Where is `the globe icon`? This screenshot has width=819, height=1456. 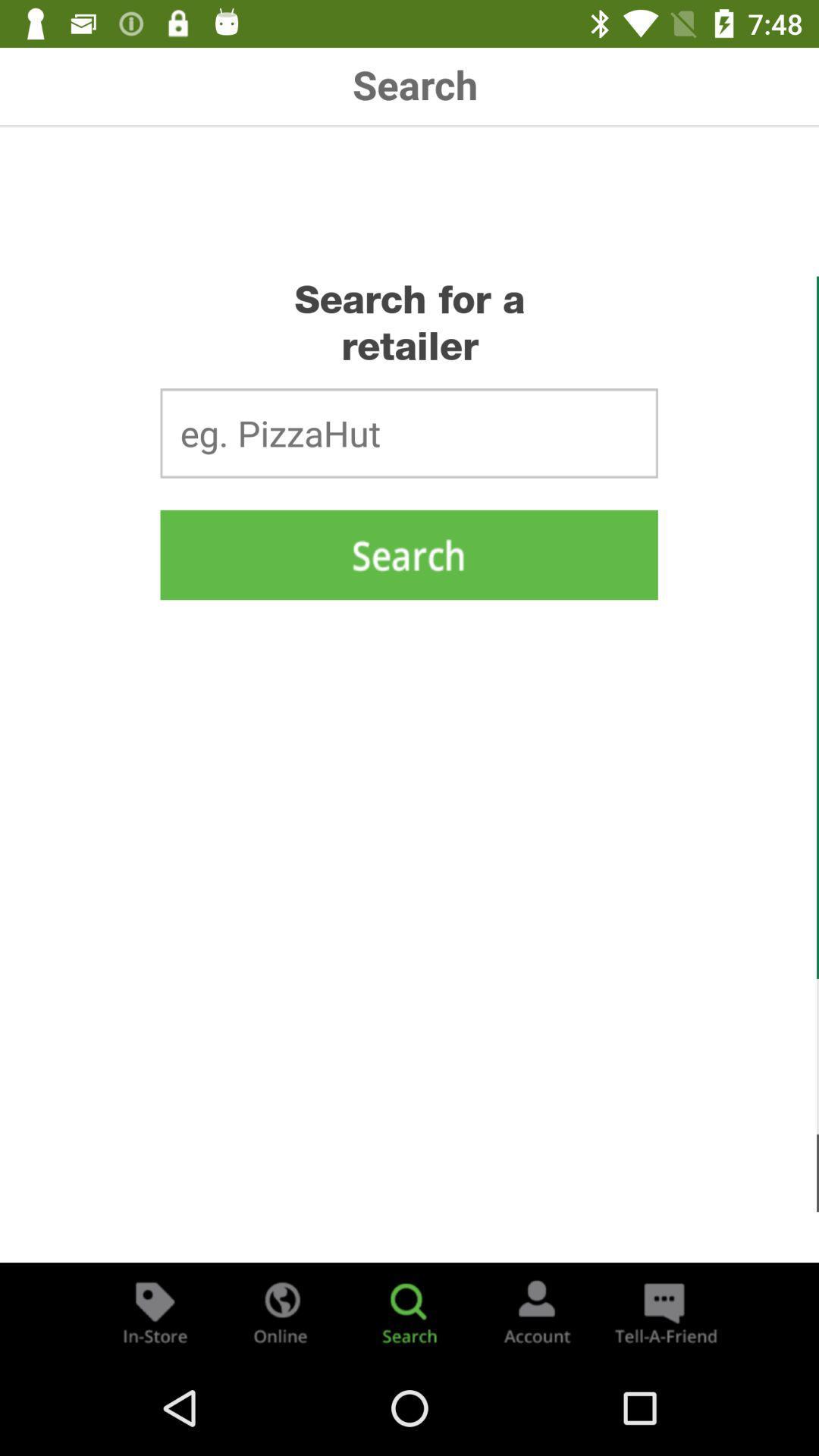 the globe icon is located at coordinates (281, 1310).